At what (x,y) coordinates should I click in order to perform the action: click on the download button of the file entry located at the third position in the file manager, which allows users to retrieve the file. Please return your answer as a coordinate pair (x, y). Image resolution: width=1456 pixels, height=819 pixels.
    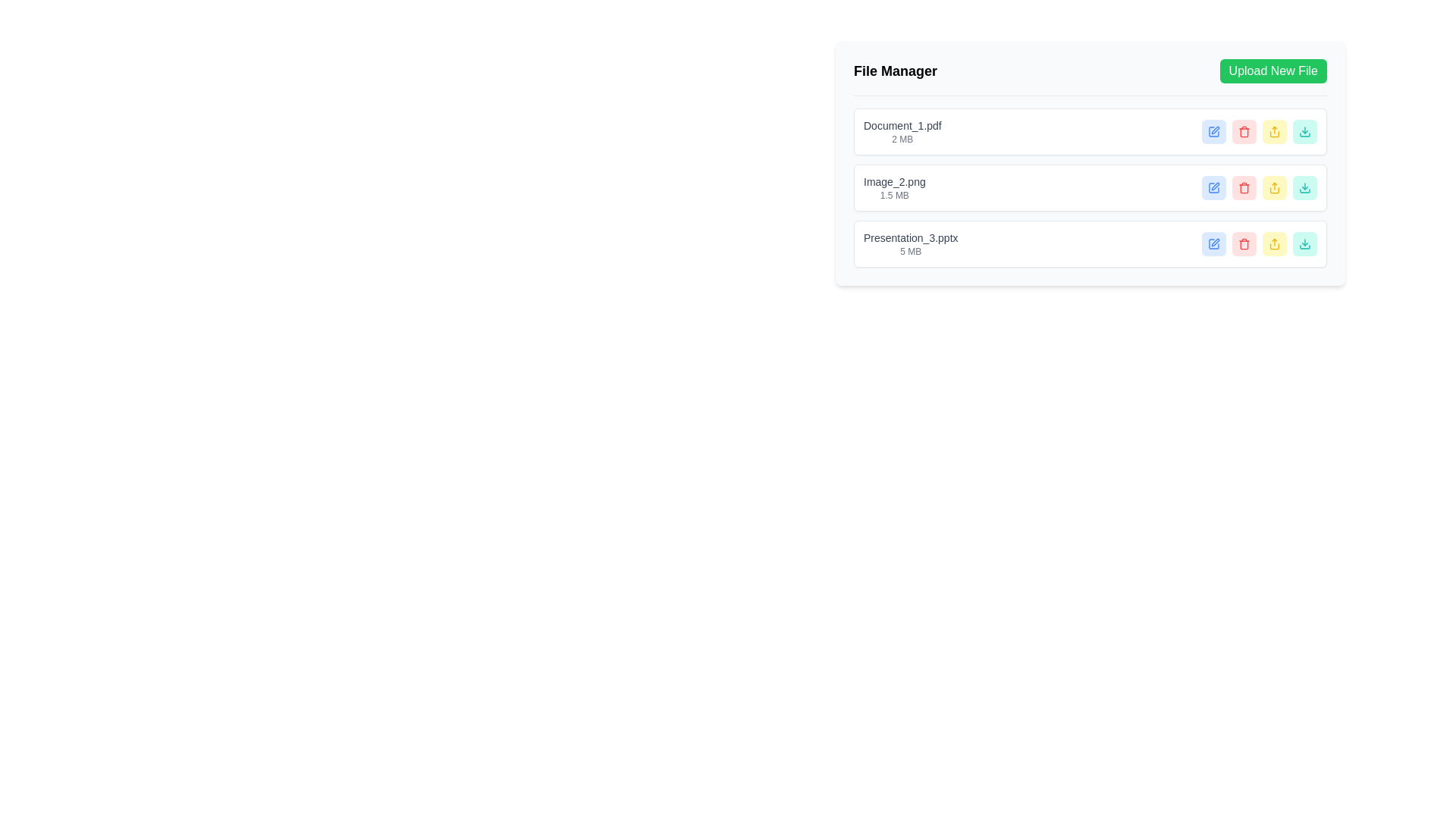
    Looking at the image, I should click on (1090, 243).